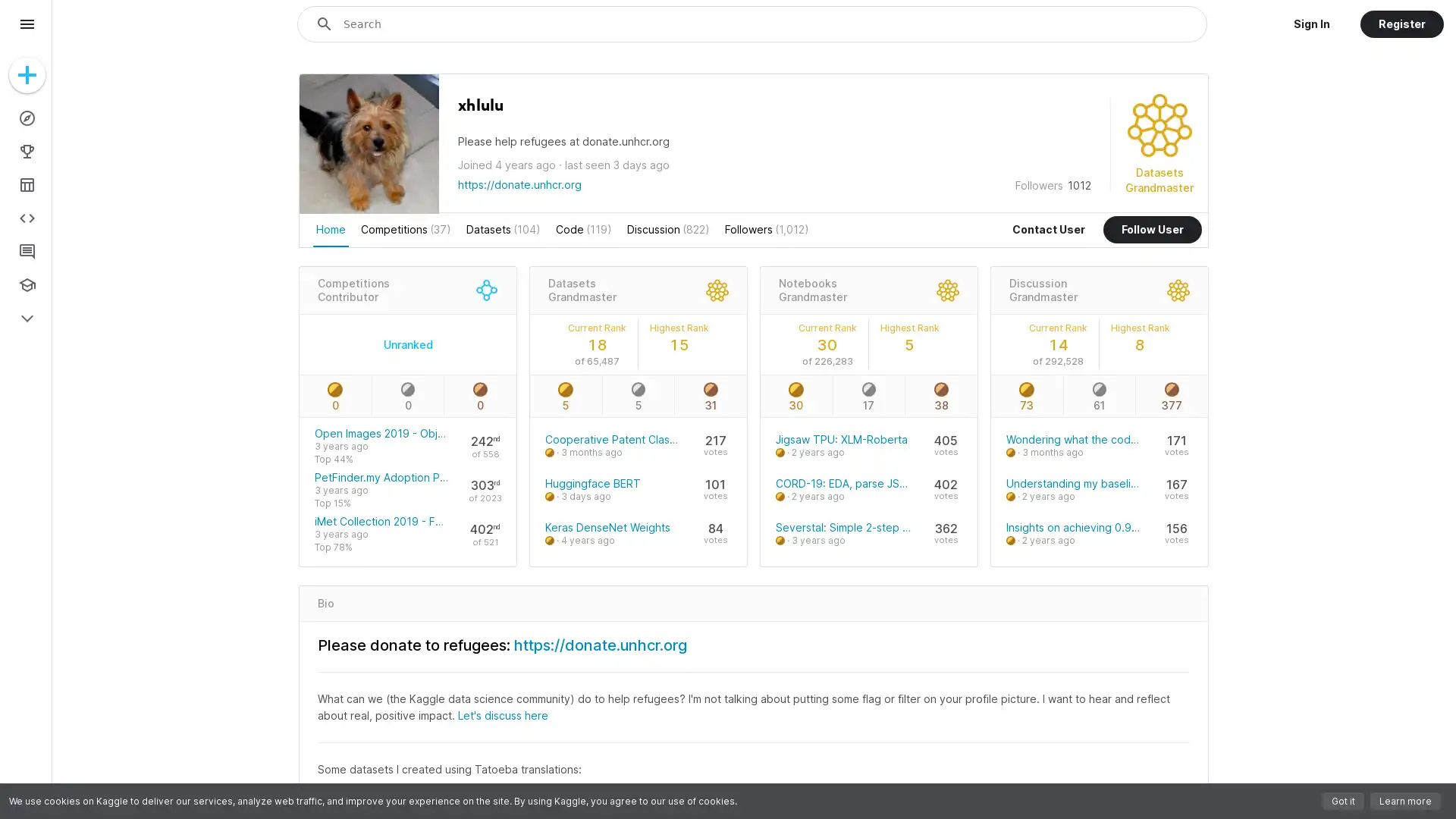  What do you see at coordinates (1401, 24) in the screenshot?
I see `Register` at bounding box center [1401, 24].